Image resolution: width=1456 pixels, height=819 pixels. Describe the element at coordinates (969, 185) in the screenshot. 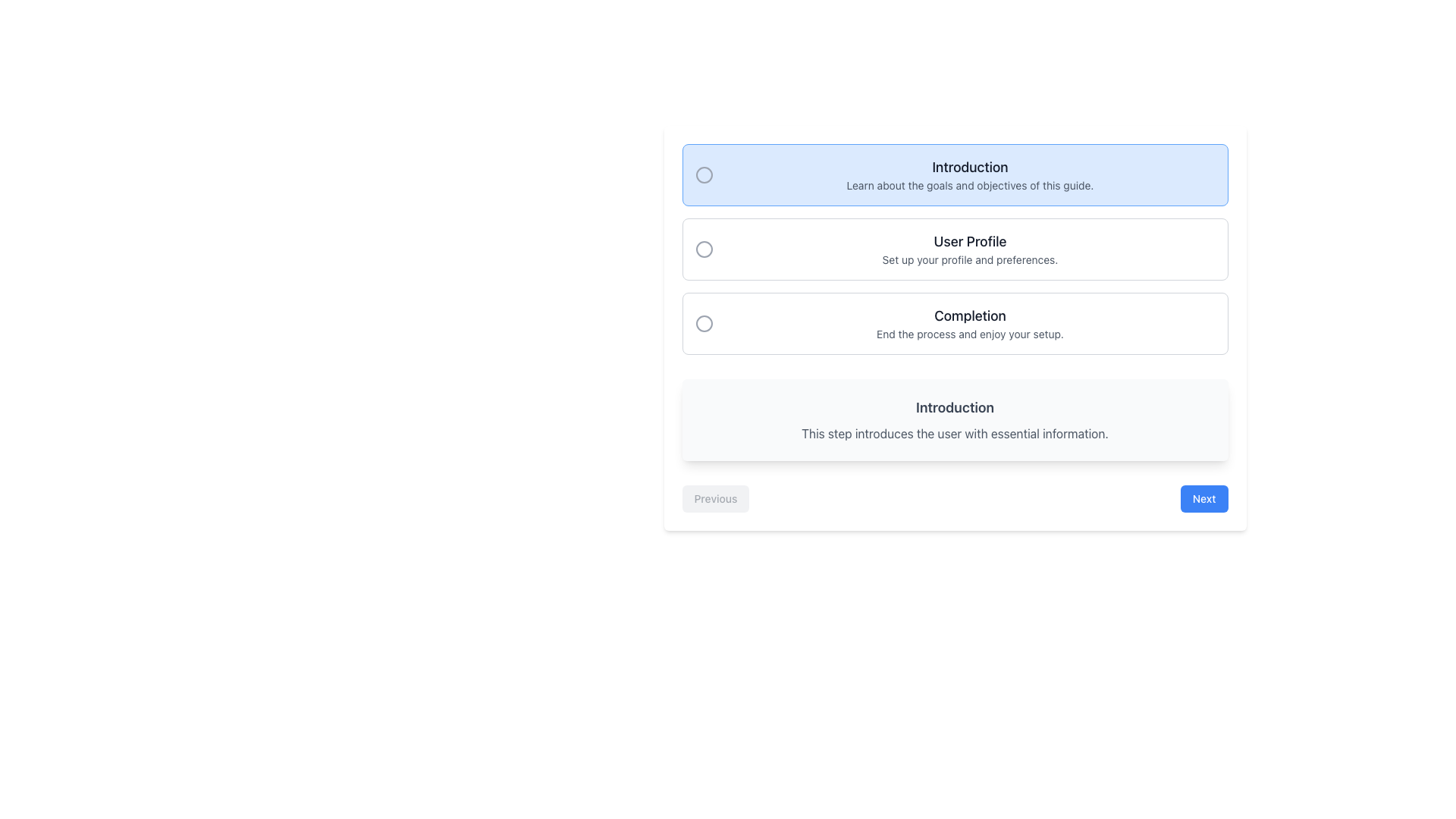

I see `the static descriptive text displaying 'Learn about the goals and objectives of this guide.' which is located directly below the 'Introduction' title` at that location.